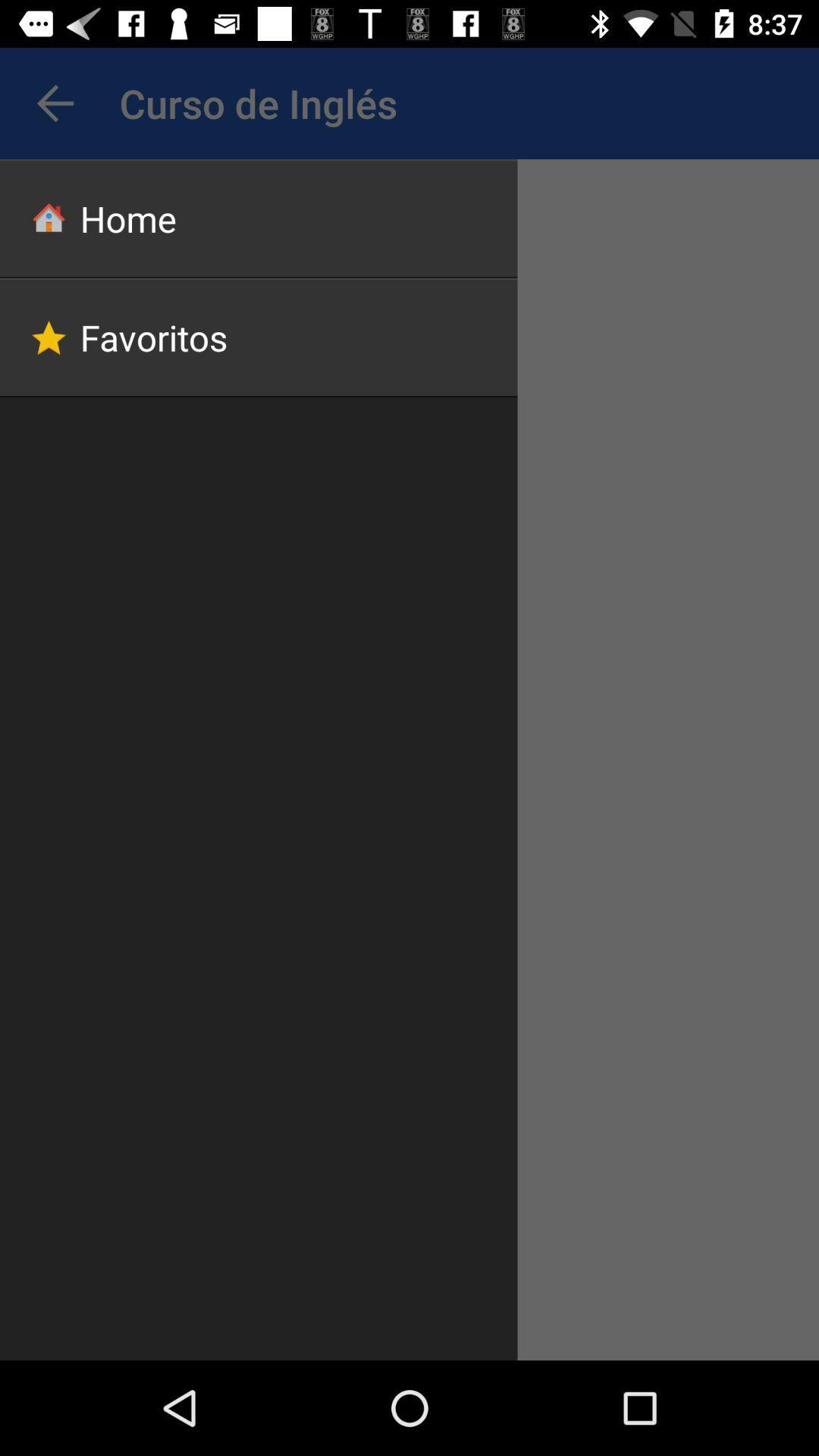 The image size is (819, 1456). What do you see at coordinates (258, 218) in the screenshot?
I see `home icon` at bounding box center [258, 218].